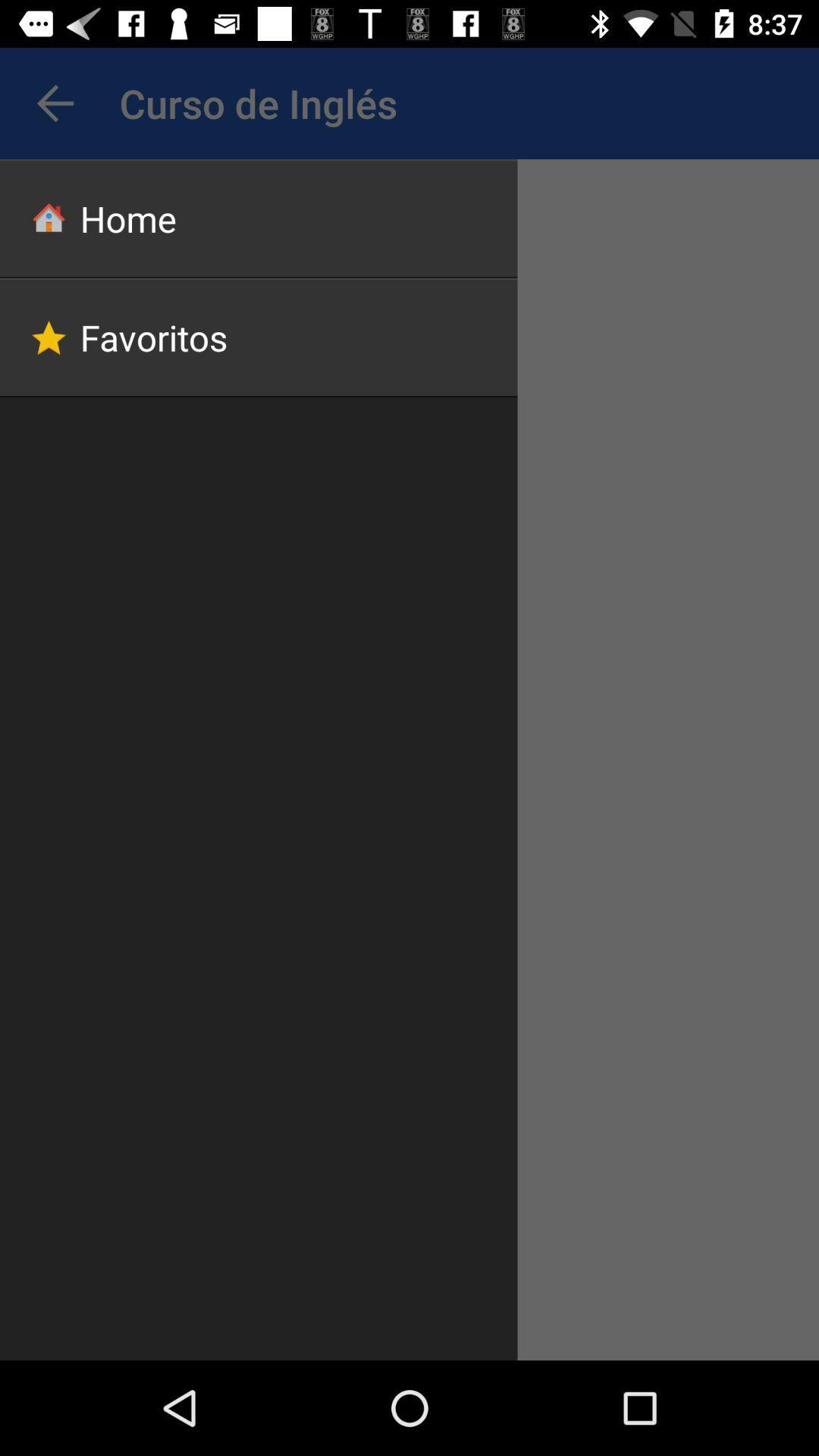 The image size is (819, 1456). What do you see at coordinates (258, 218) in the screenshot?
I see `home icon` at bounding box center [258, 218].